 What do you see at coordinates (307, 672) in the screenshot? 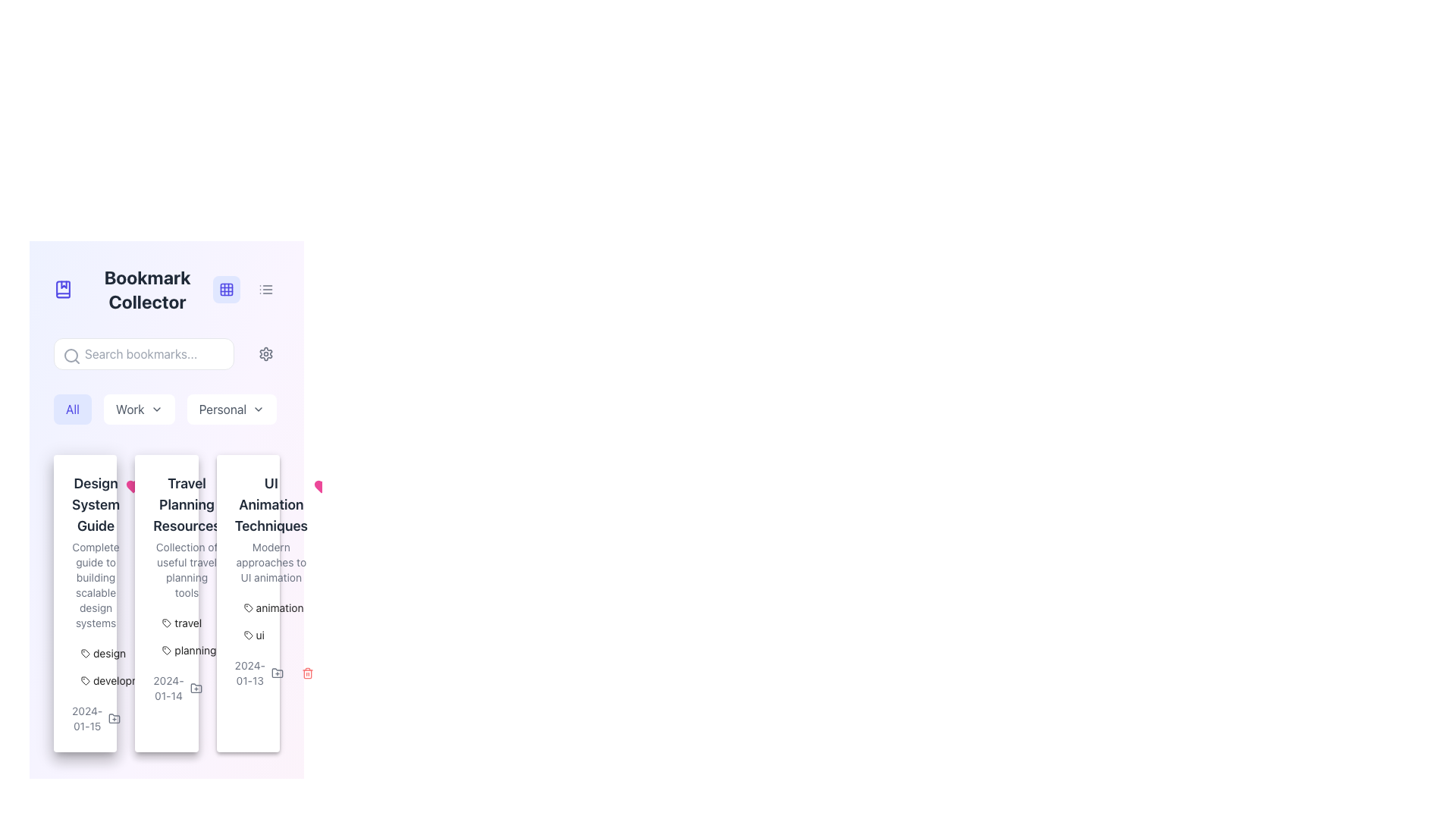
I see `the trash can icon located at the bottom right of the UI Animation Techniques card to invoke the delete action` at bounding box center [307, 672].